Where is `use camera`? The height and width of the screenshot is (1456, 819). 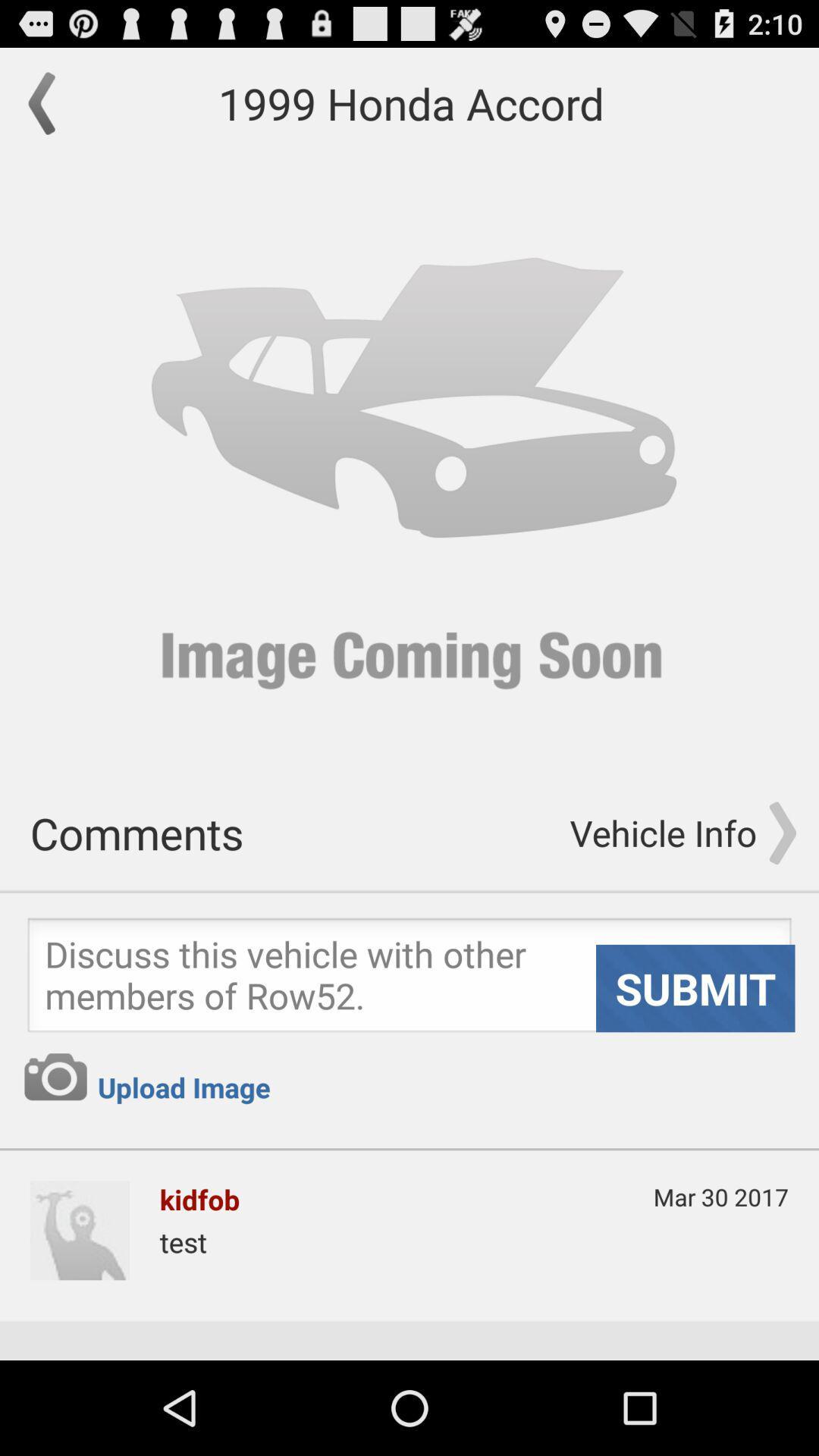
use camera is located at coordinates (55, 1076).